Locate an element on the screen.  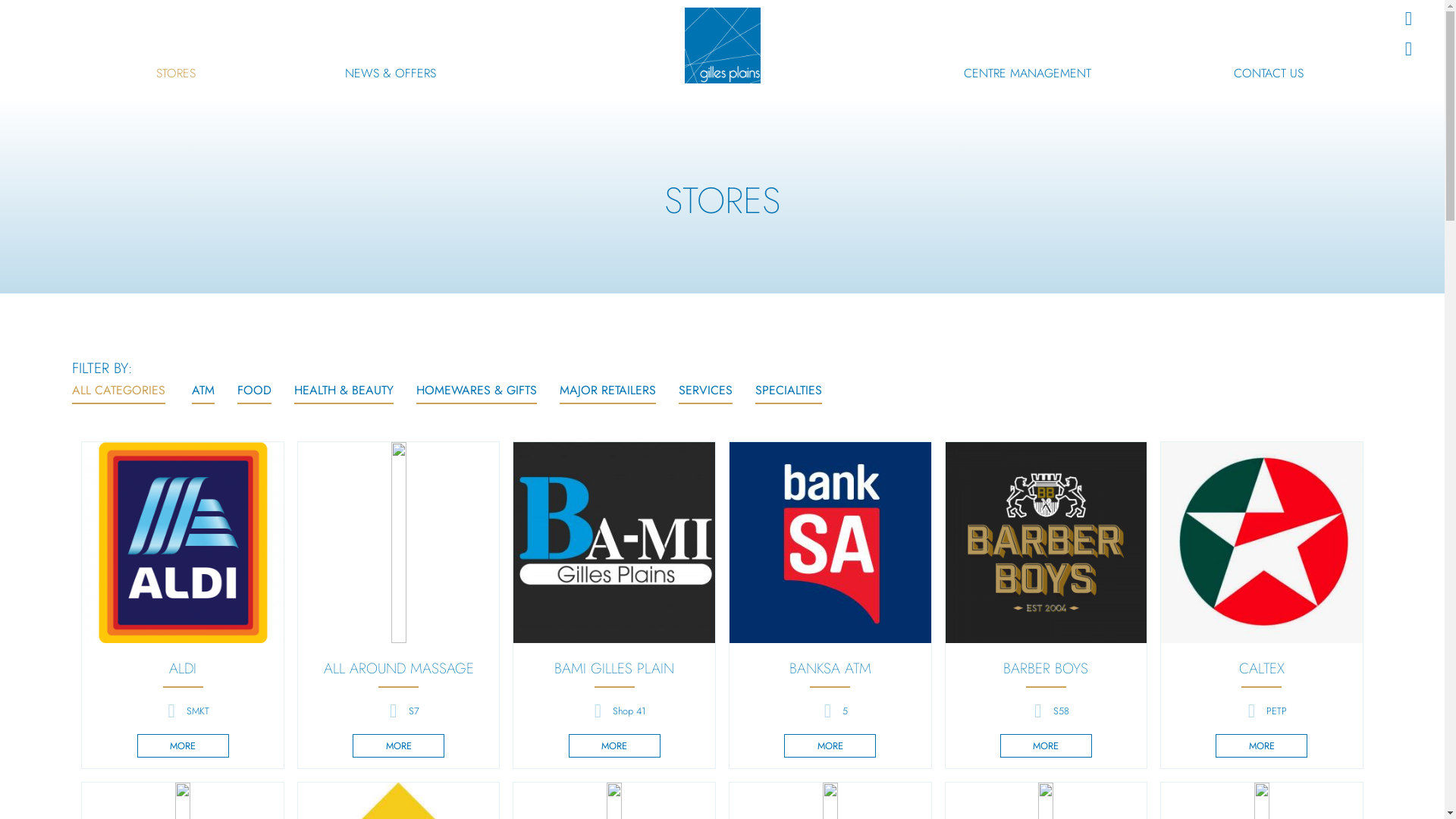
'CONTACT US' is located at coordinates (1269, 73).